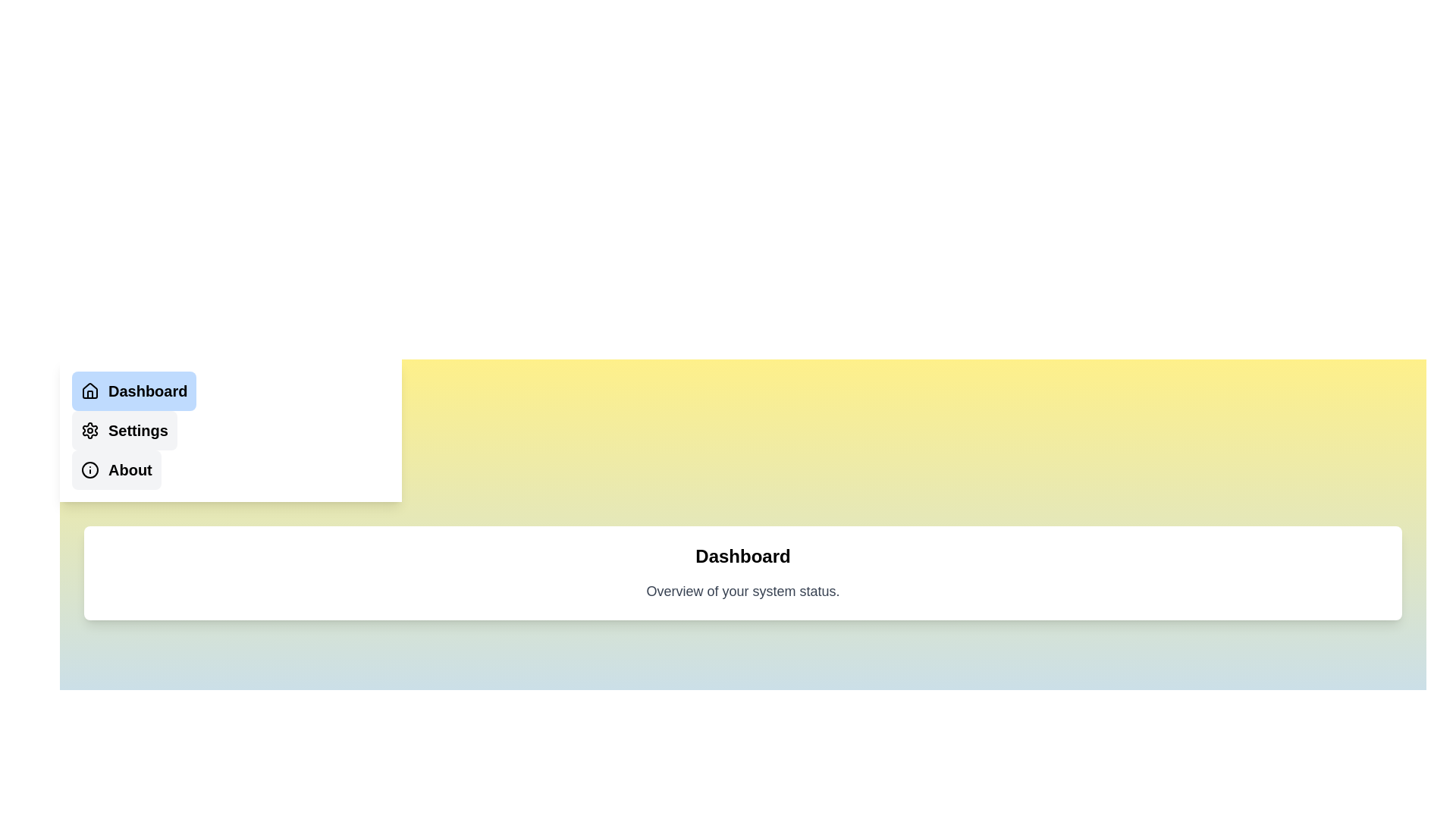 The width and height of the screenshot is (1456, 819). Describe the element at coordinates (134, 391) in the screenshot. I see `the menu item corresponding to Dashboard` at that location.